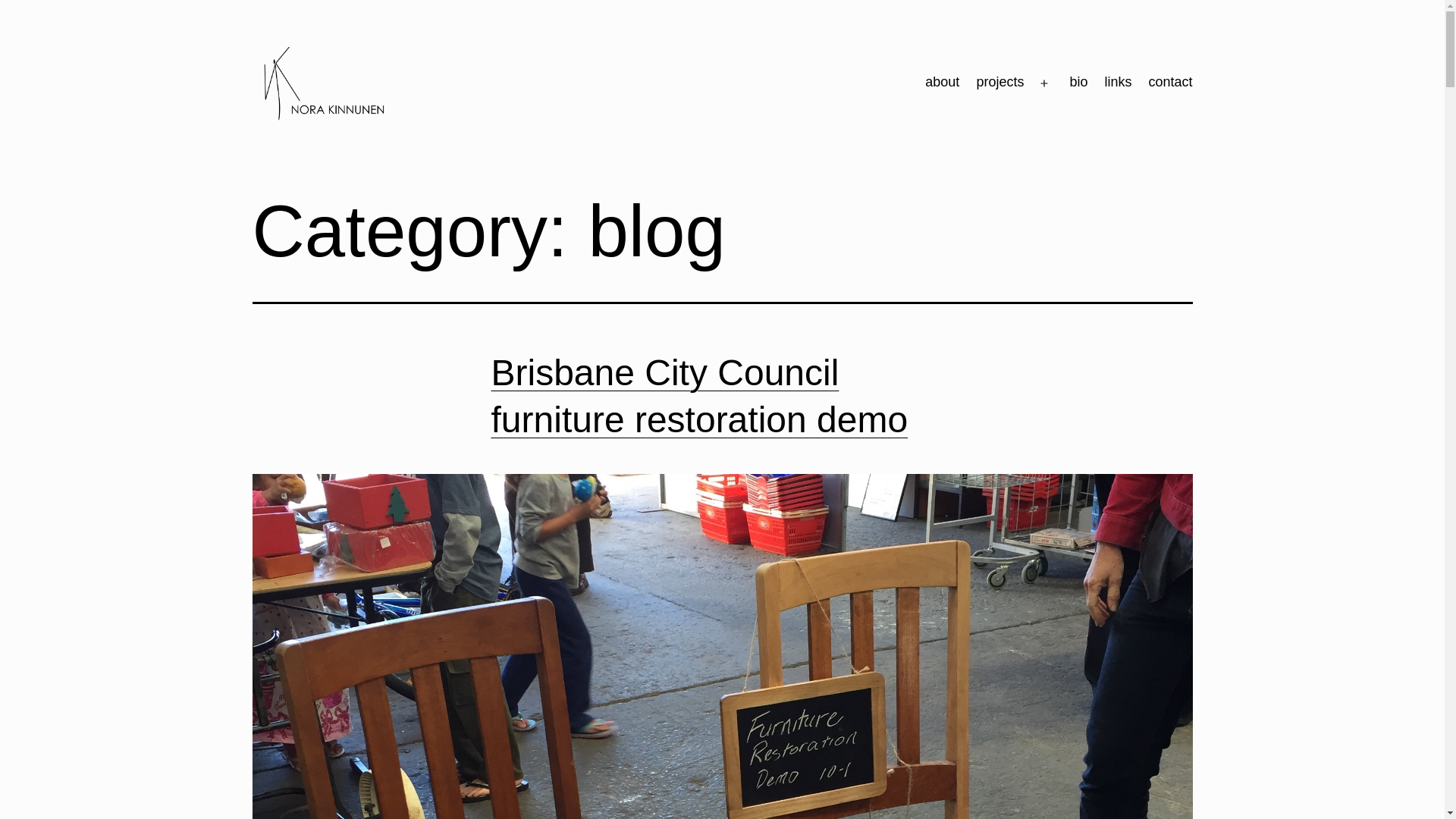 This screenshot has height=819, width=1456. I want to click on 'Brisbane City Council furniture restoration demo', so click(491, 395).